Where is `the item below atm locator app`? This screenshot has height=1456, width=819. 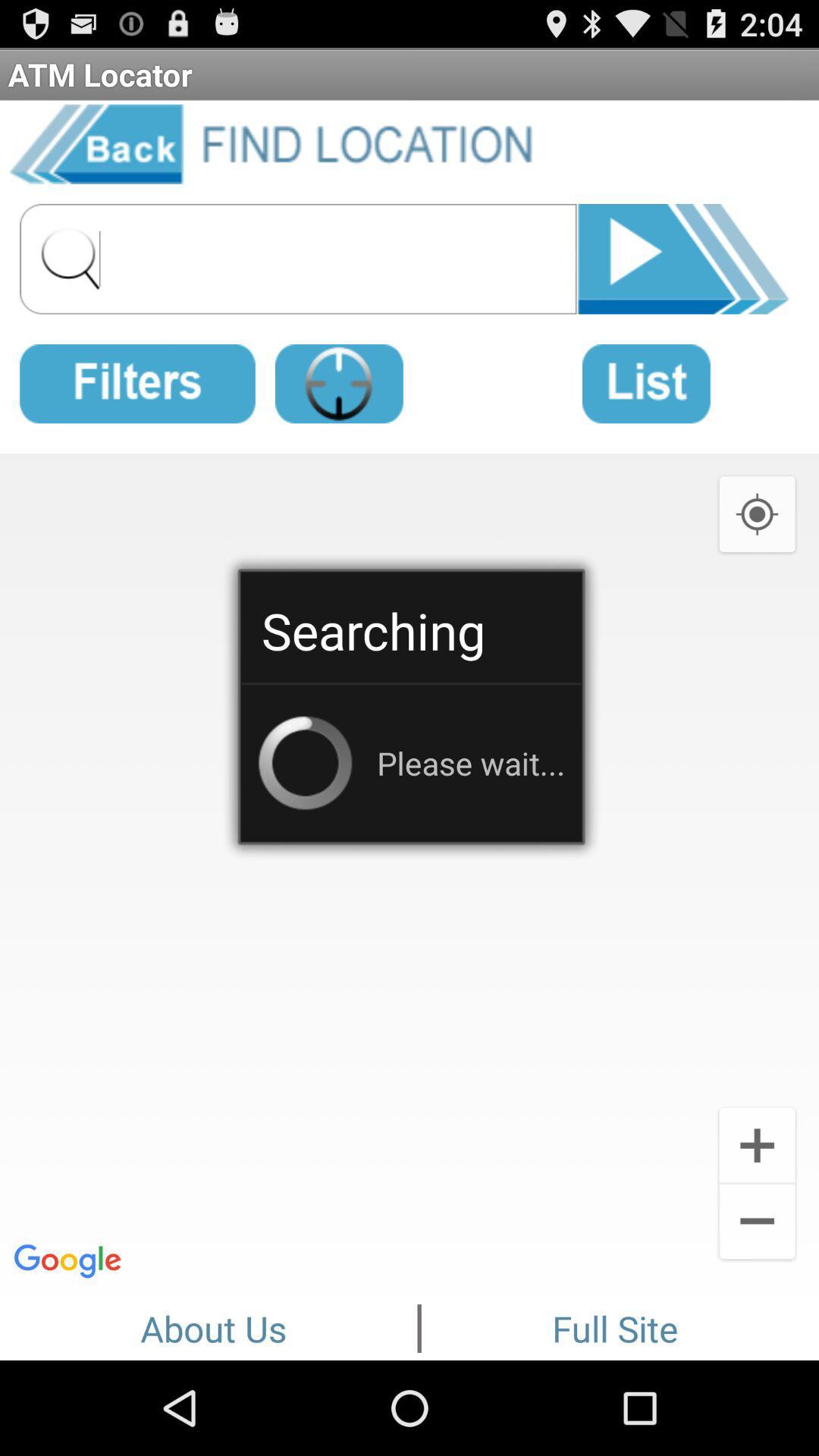 the item below atm locator app is located at coordinates (281, 141).